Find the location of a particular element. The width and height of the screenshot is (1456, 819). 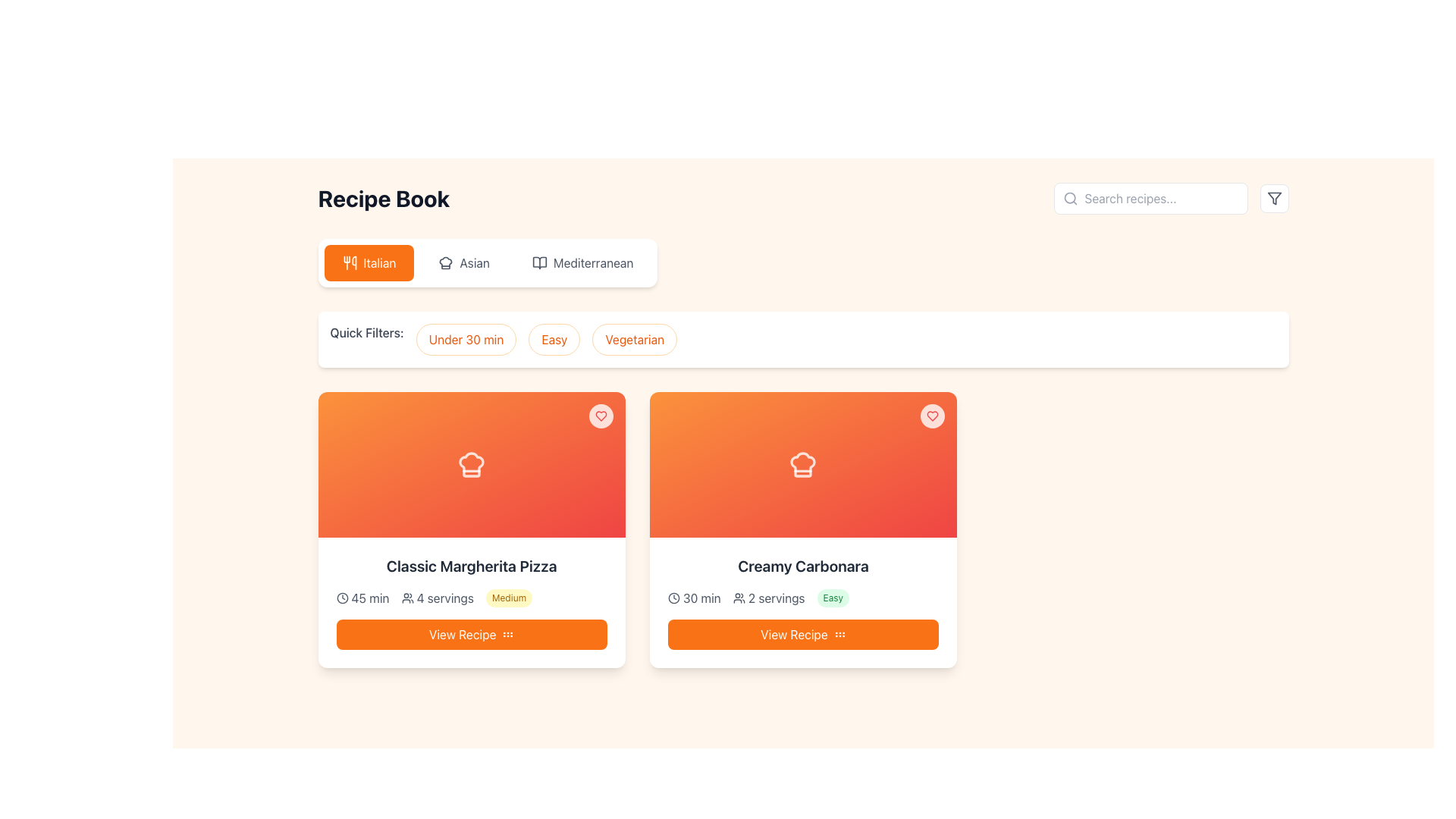

the information of the circular icon located in the left recipe card, near the bottom left corner, preceding the text '45 min' is located at coordinates (341, 598).